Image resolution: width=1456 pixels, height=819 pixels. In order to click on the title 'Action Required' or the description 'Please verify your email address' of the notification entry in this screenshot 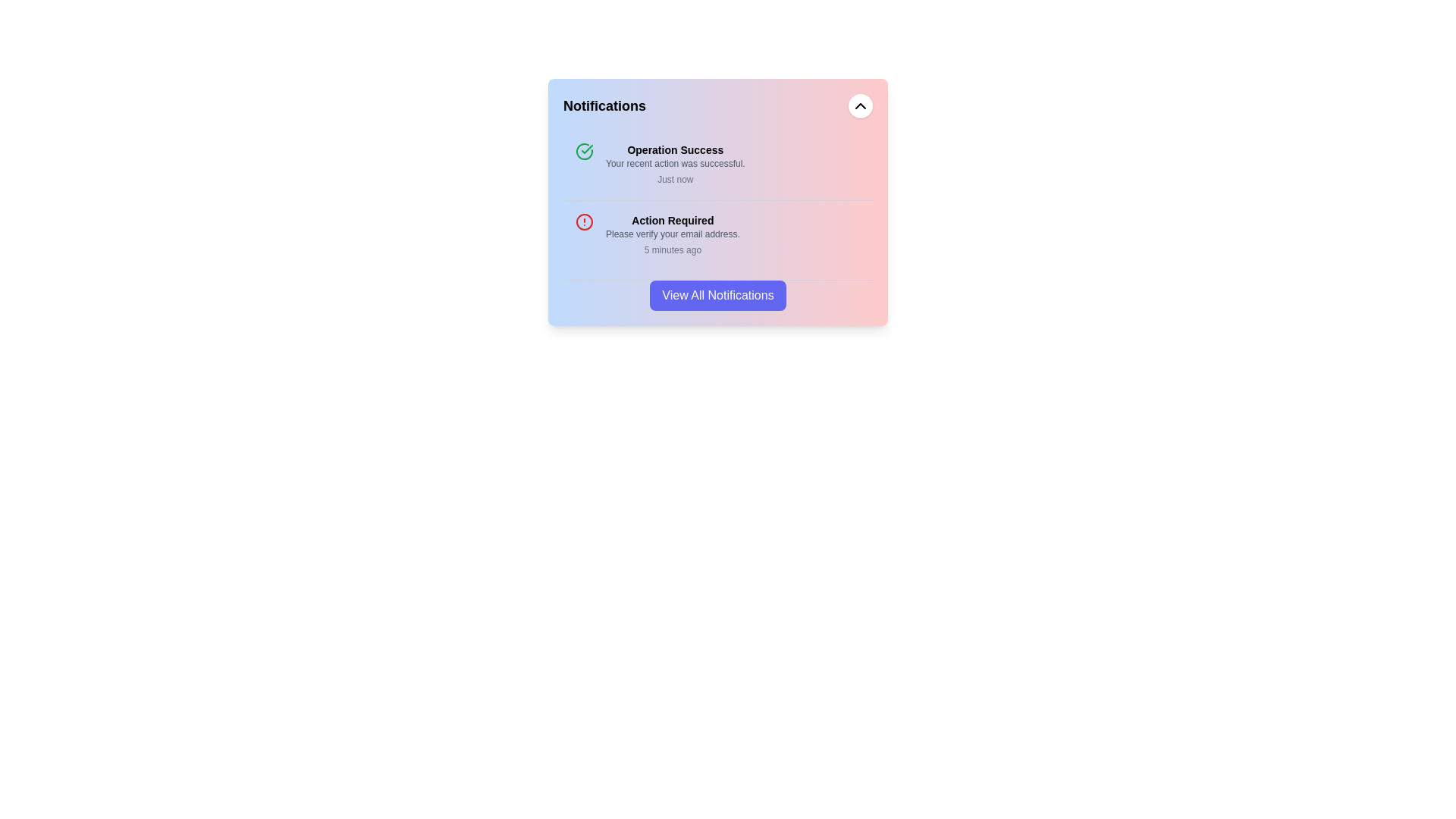, I will do `click(672, 236)`.